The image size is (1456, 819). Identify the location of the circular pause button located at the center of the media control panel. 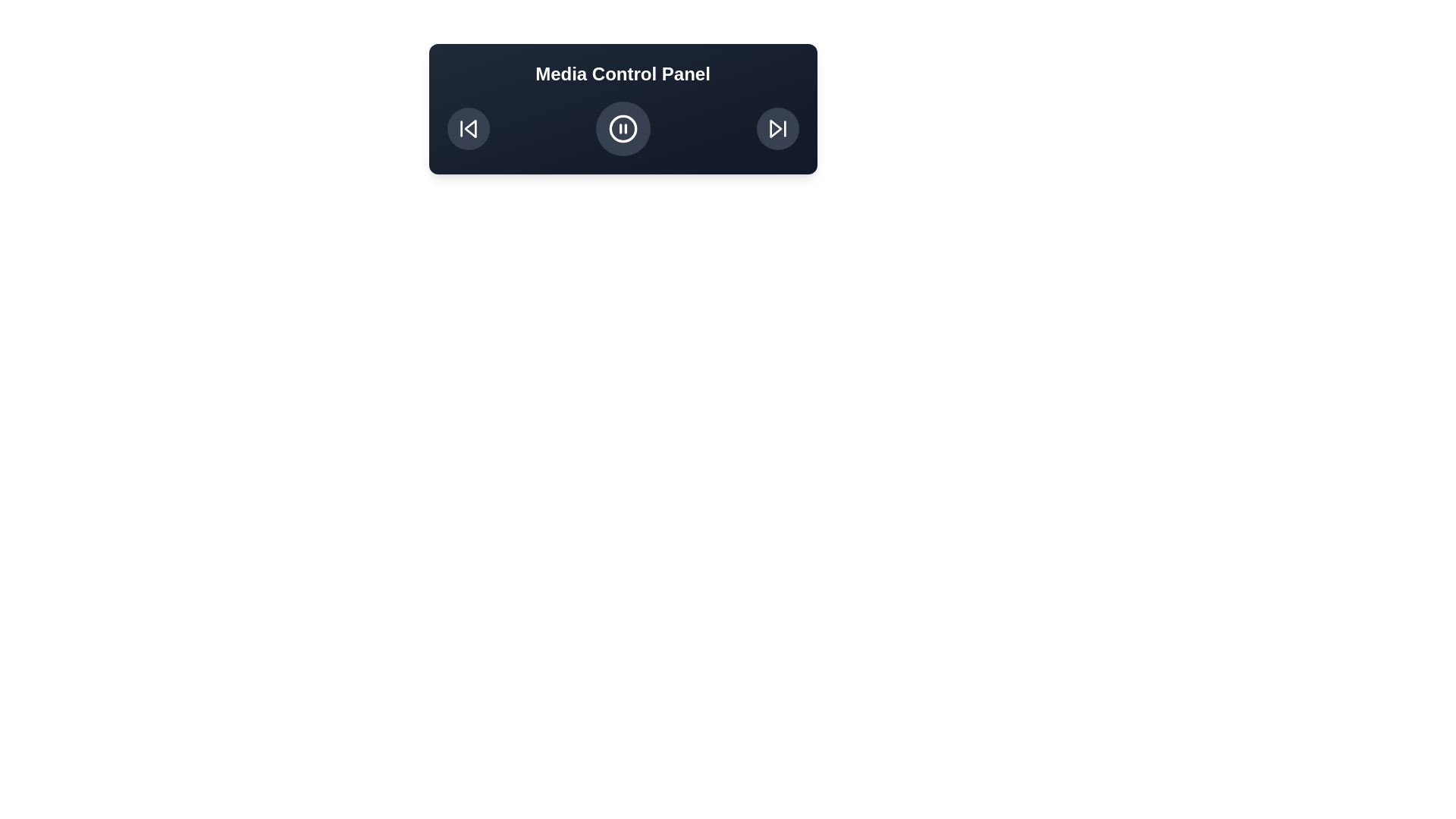
(623, 127).